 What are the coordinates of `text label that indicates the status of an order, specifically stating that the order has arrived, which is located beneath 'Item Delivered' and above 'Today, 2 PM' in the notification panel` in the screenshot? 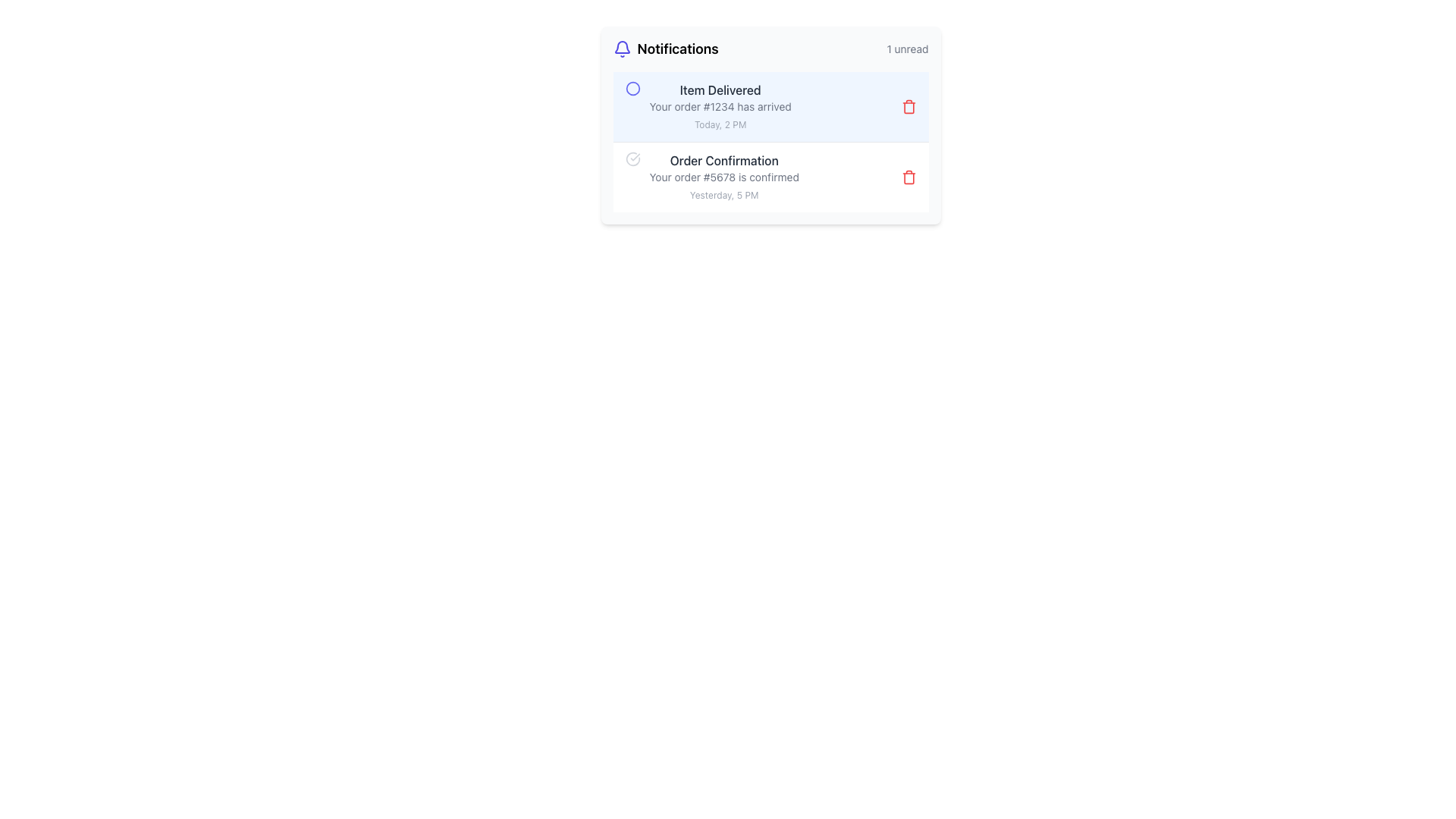 It's located at (720, 106).